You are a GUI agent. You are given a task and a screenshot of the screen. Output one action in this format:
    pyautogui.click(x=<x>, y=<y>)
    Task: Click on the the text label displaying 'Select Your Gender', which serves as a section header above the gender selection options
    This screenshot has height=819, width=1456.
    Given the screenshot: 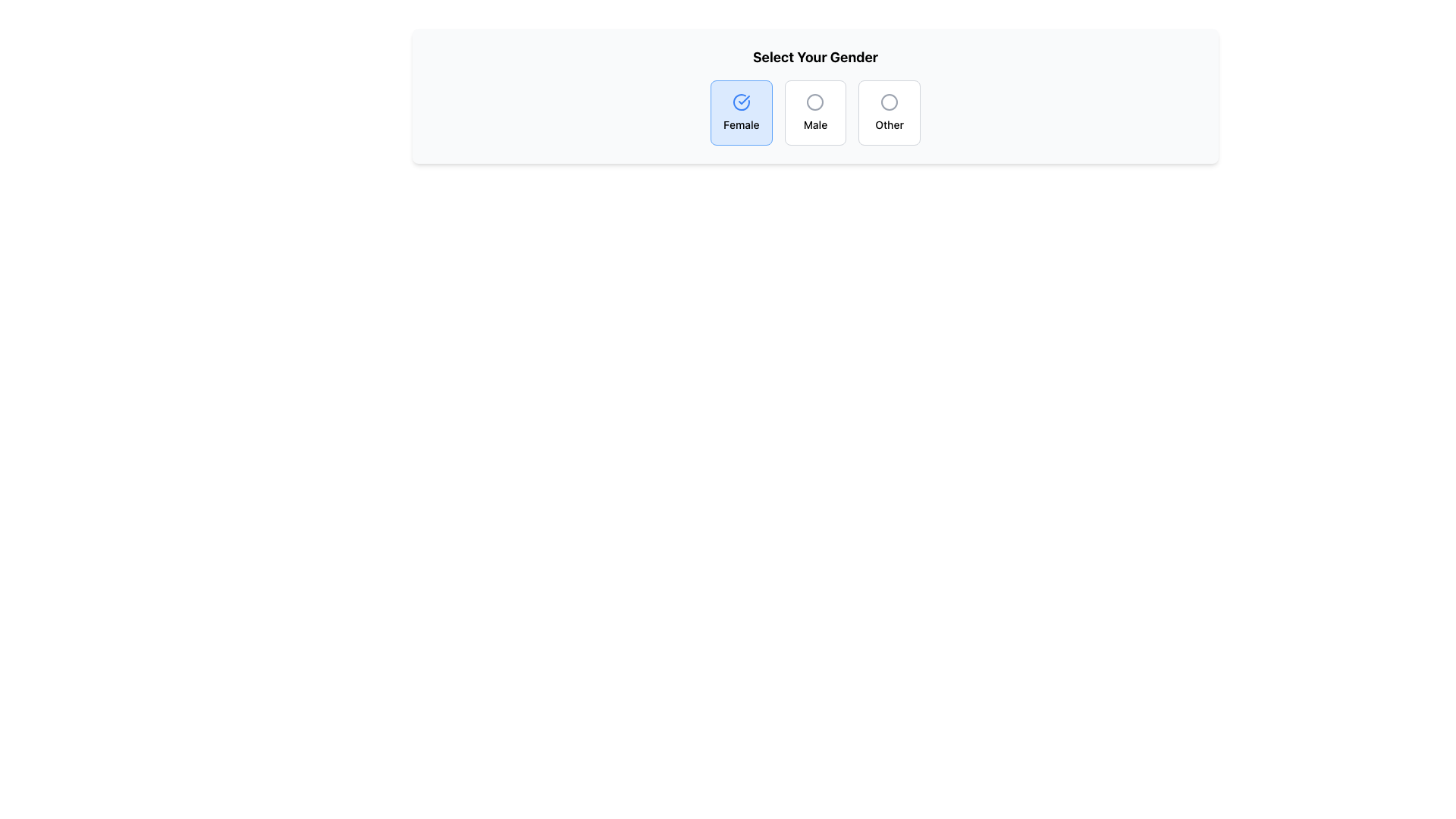 What is the action you would take?
    pyautogui.click(x=814, y=57)
    